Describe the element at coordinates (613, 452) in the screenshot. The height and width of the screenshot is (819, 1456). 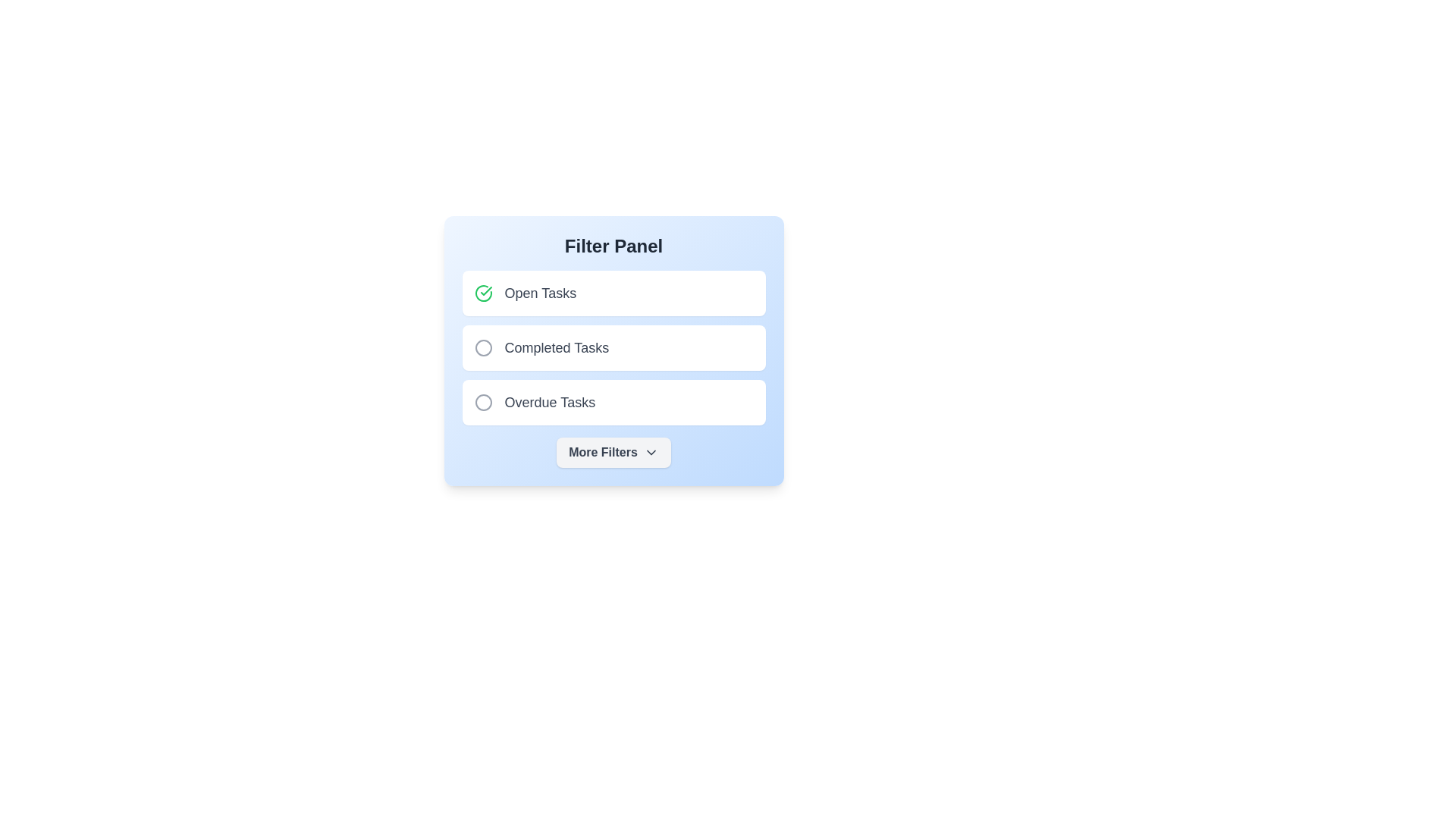
I see `the 'More Filters' button to expand the filter options` at that location.